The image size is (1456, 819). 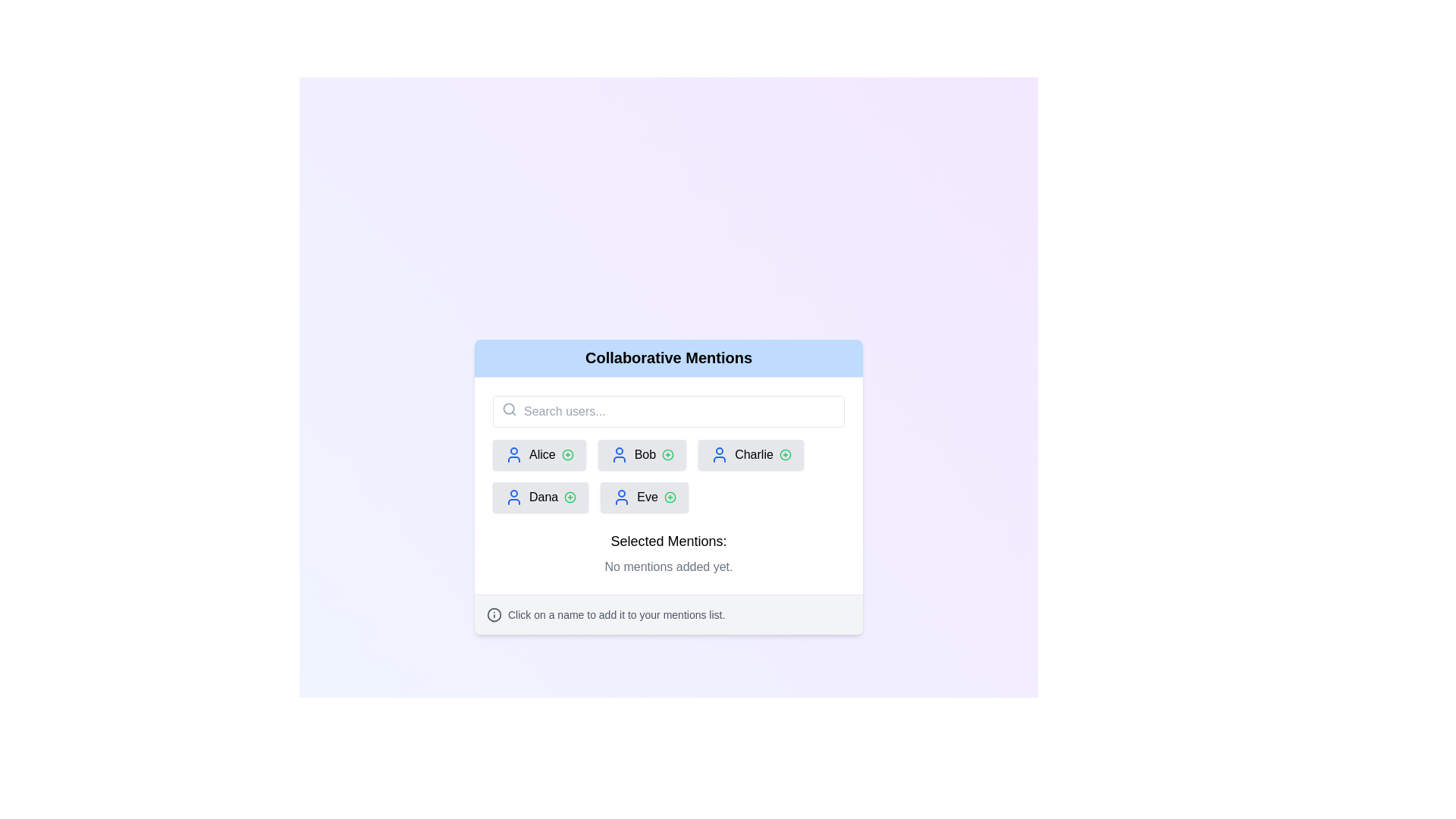 I want to click on the button labeled 'Charlie' with a blue user icon and a green '+' circle icon on the right, which is the third button in a horizontally aligned list of five buttons, so click(x=751, y=453).